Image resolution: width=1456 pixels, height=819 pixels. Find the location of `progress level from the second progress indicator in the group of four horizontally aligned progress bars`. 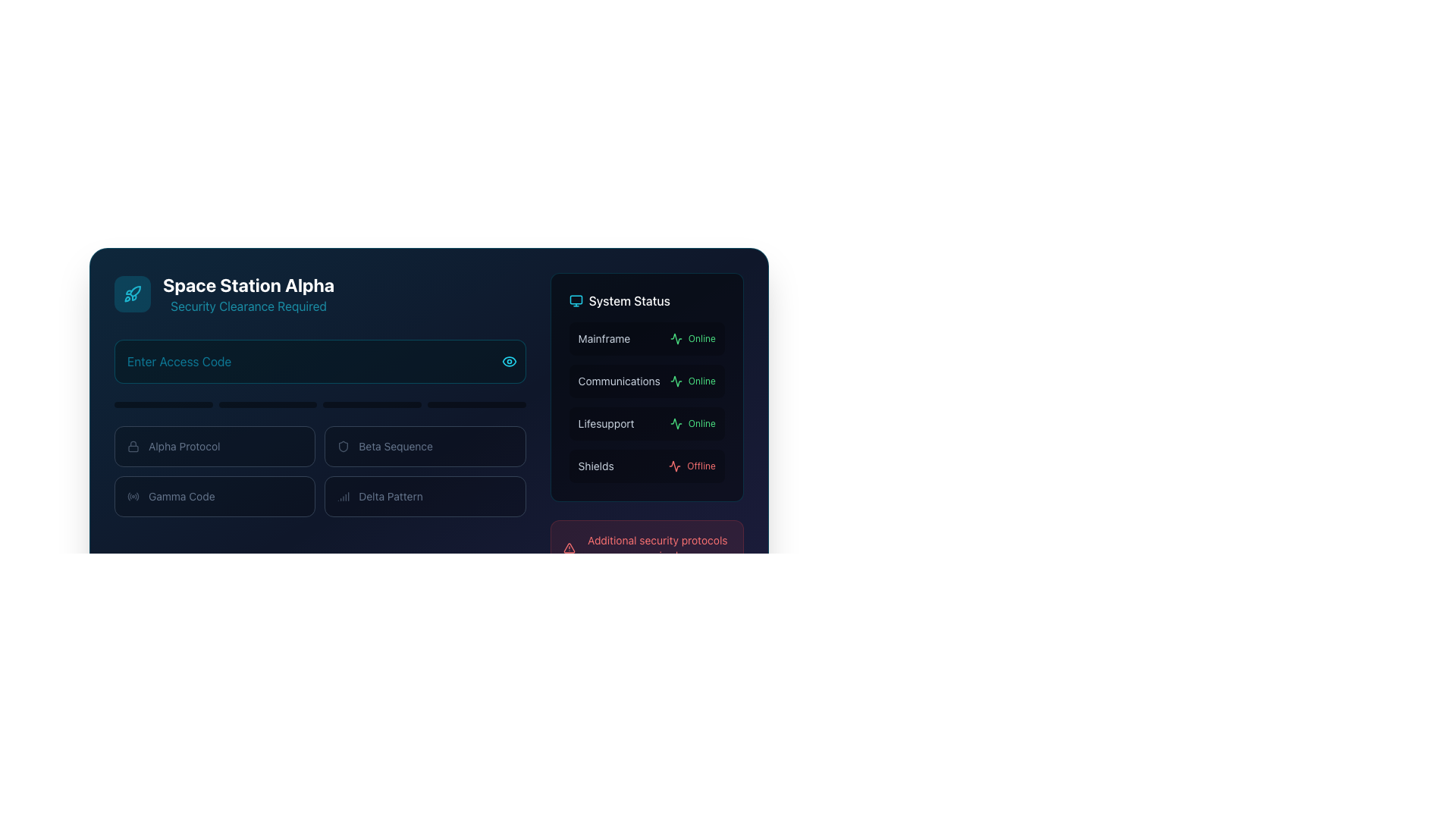

progress level from the second progress indicator in the group of four horizontally aligned progress bars is located at coordinates (268, 403).